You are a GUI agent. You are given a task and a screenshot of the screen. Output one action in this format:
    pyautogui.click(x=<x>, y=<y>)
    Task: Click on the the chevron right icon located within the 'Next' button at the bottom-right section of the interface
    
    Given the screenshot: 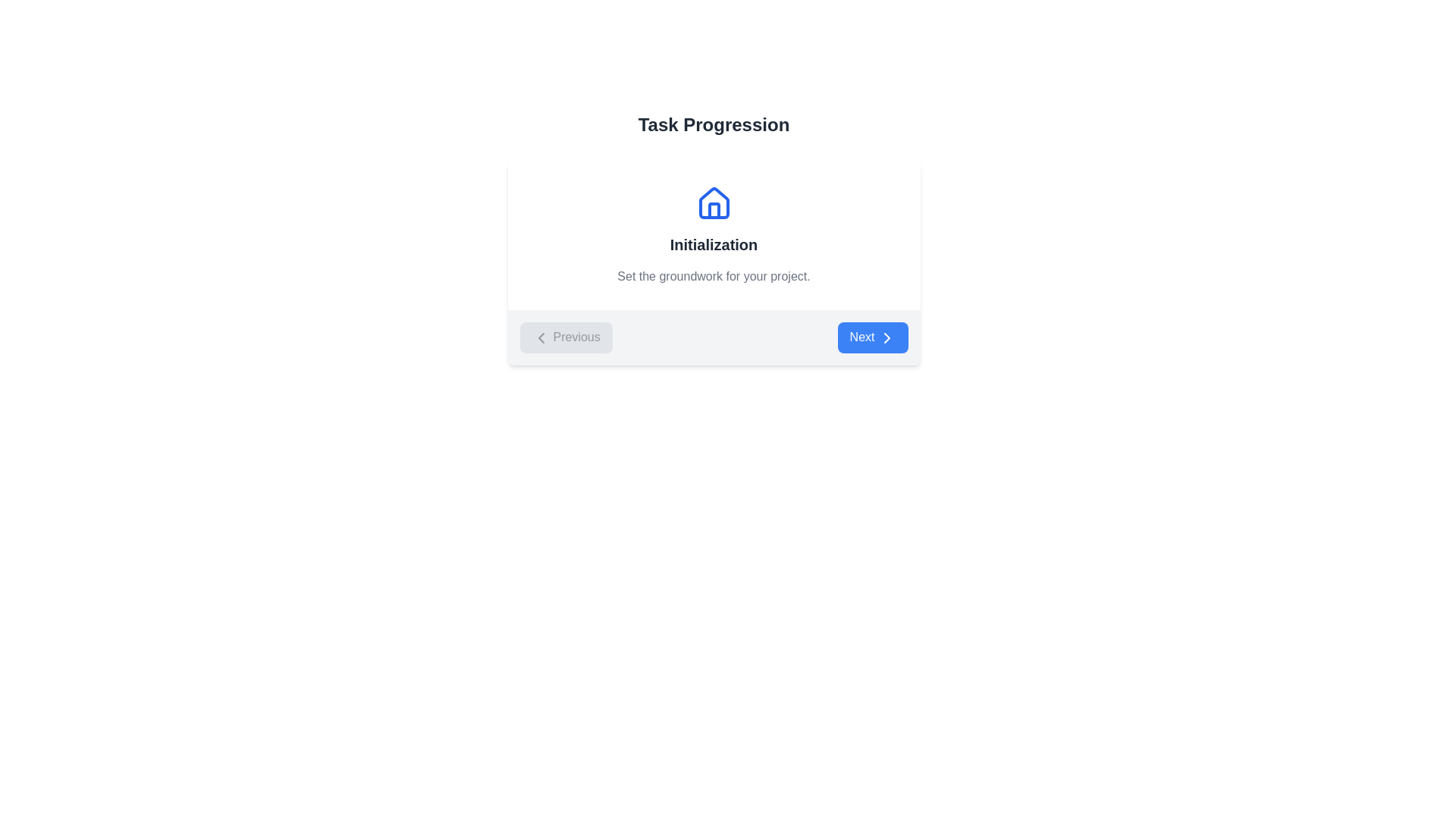 What is the action you would take?
    pyautogui.click(x=886, y=337)
    